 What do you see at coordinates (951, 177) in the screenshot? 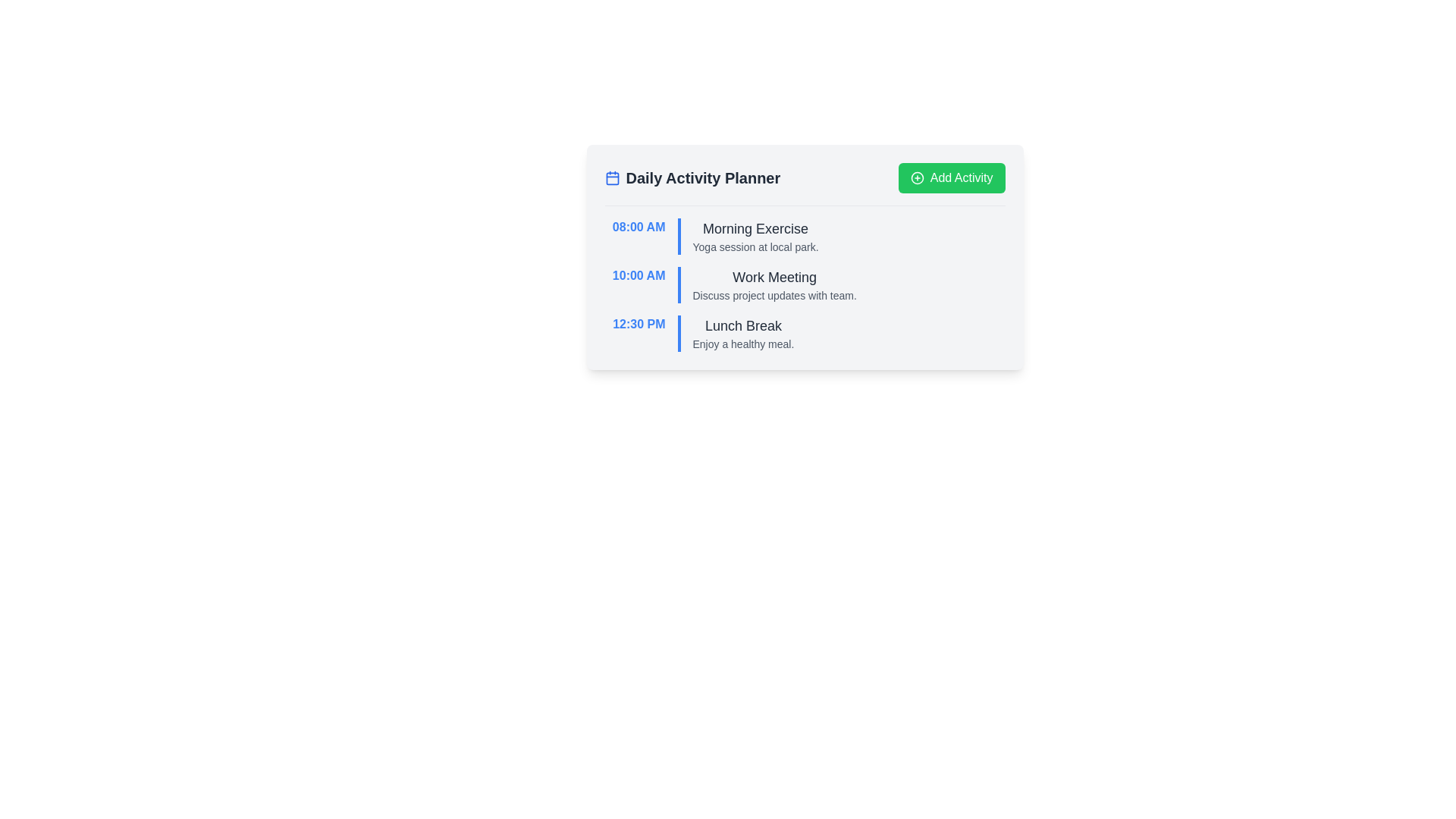
I see `the green button labeled 'Add Activity' with a plus icon` at bounding box center [951, 177].